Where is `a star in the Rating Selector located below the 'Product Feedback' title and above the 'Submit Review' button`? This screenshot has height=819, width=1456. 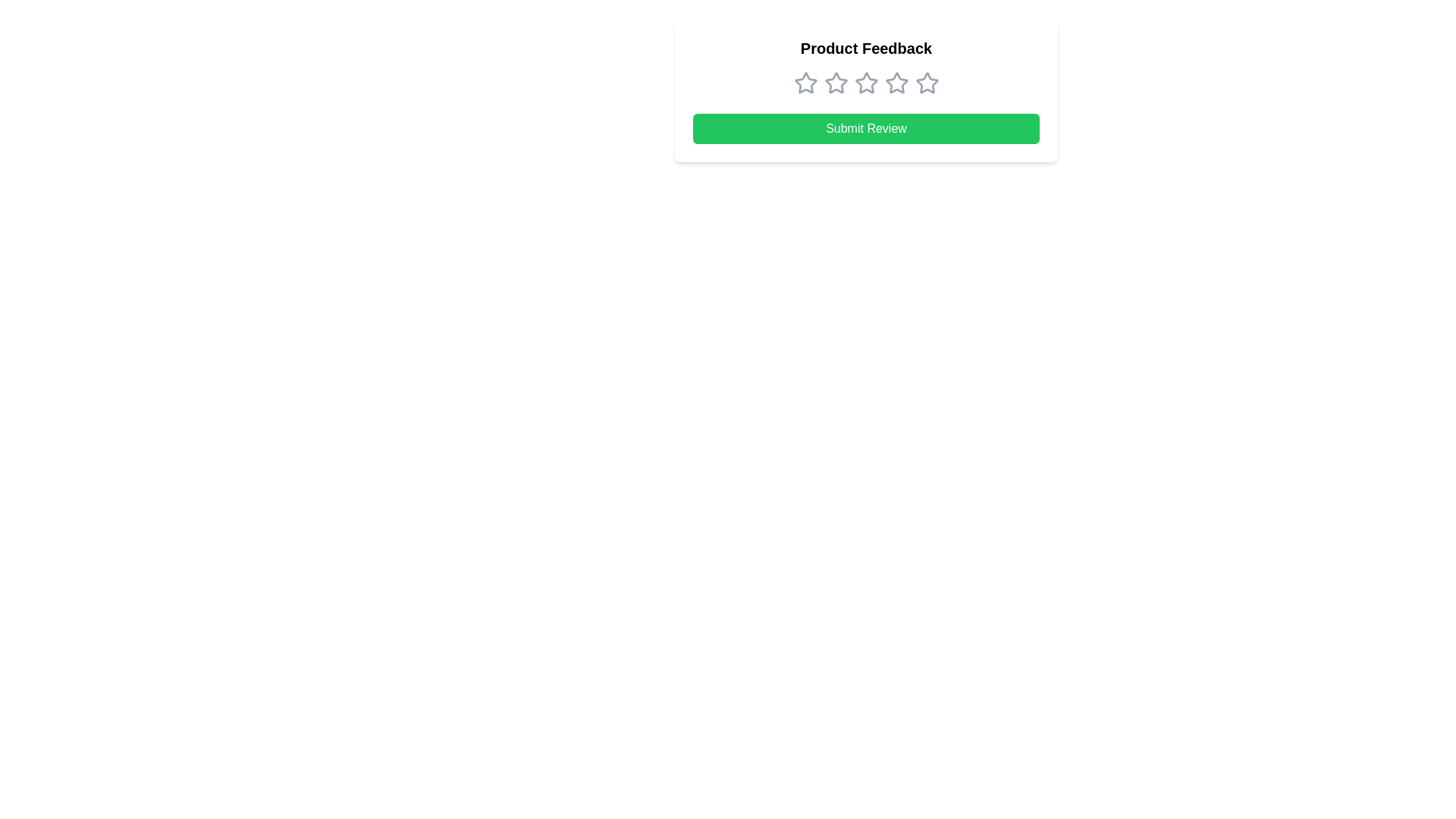 a star in the Rating Selector located below the 'Product Feedback' title and above the 'Submit Review' button is located at coordinates (866, 83).